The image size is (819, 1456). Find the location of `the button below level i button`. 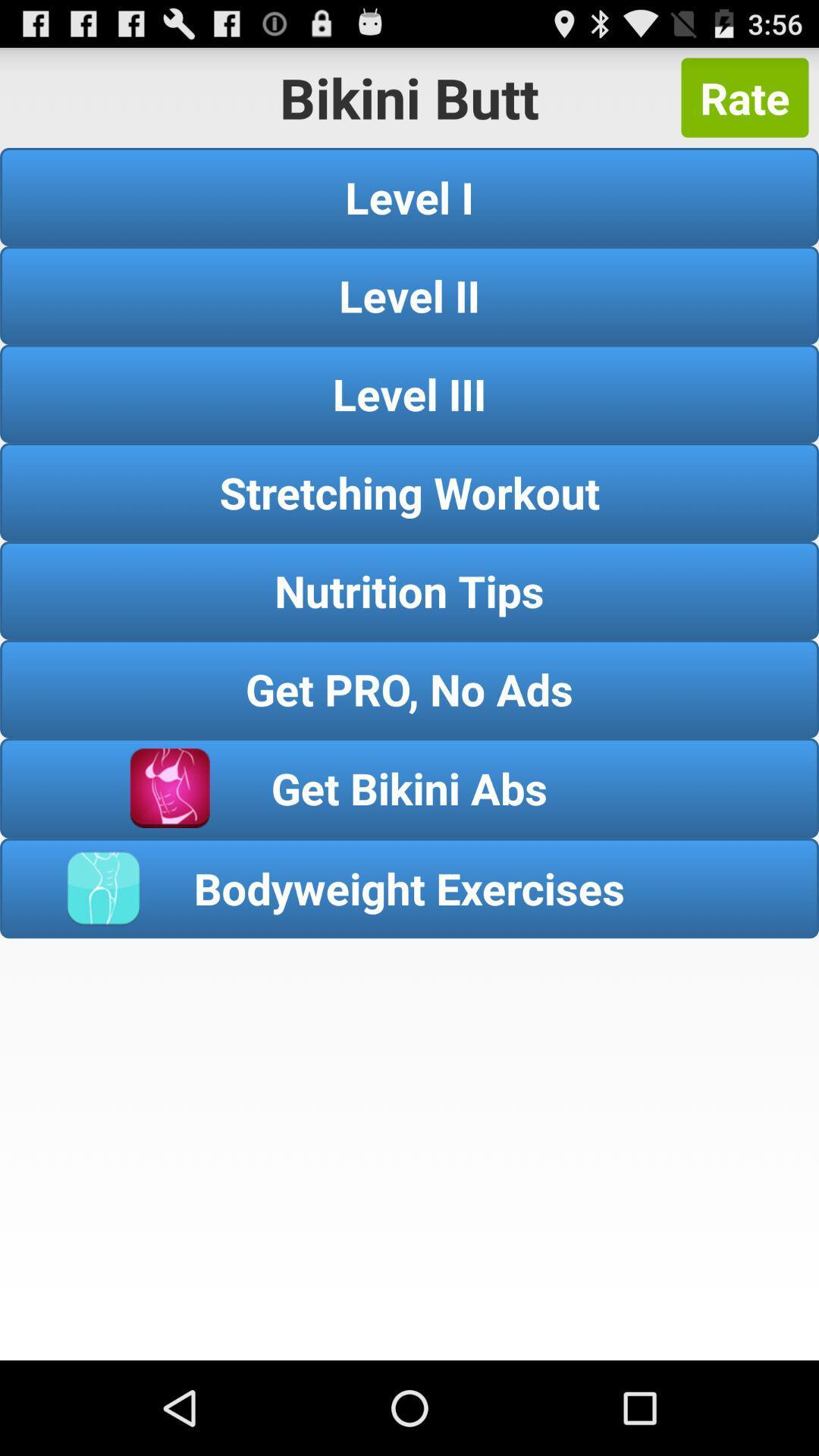

the button below level i button is located at coordinates (409, 295).